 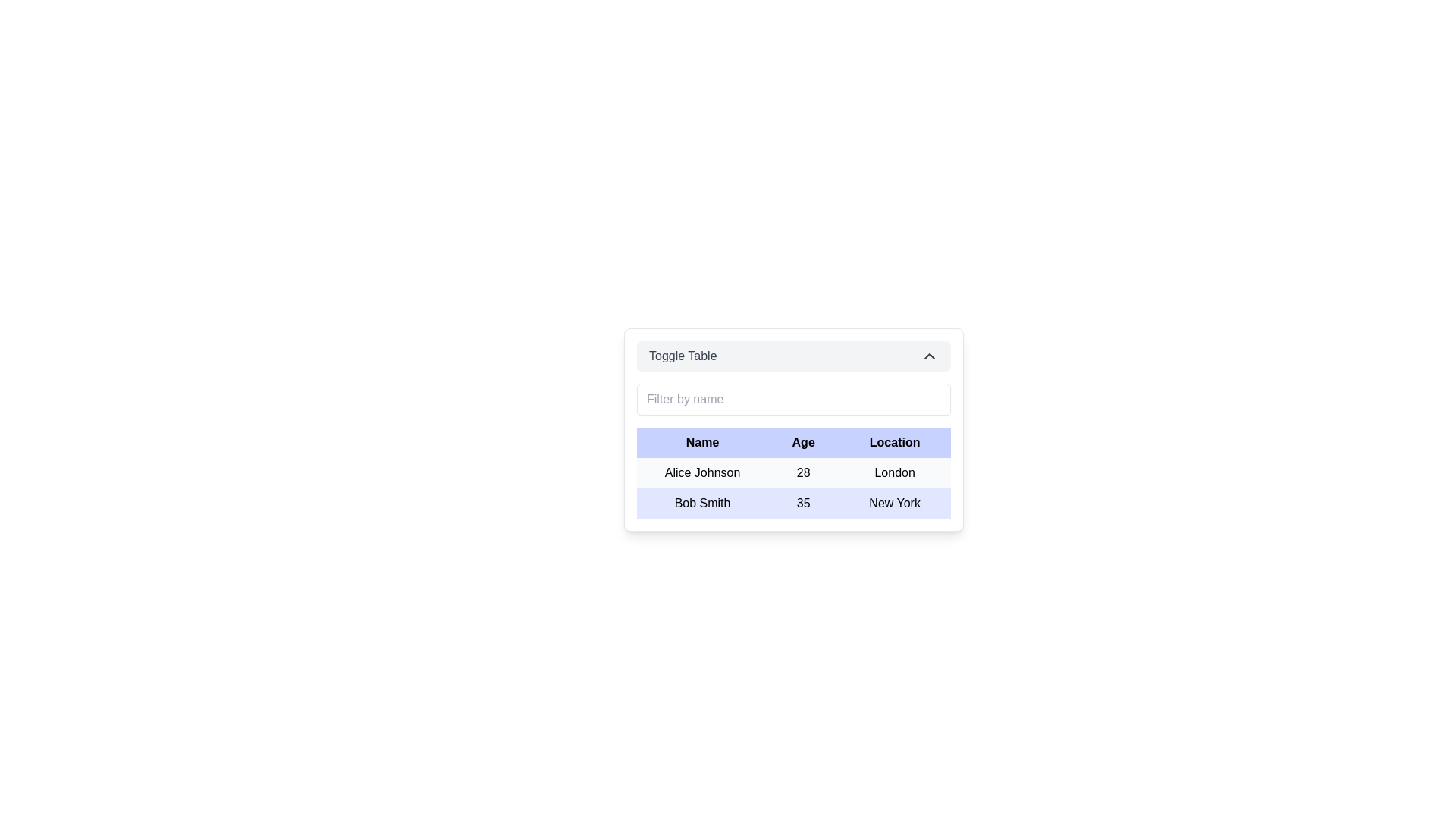 I want to click on second row of the table displaying user information for 'Bob Smith', which includes their age and location, so click(x=792, y=503).